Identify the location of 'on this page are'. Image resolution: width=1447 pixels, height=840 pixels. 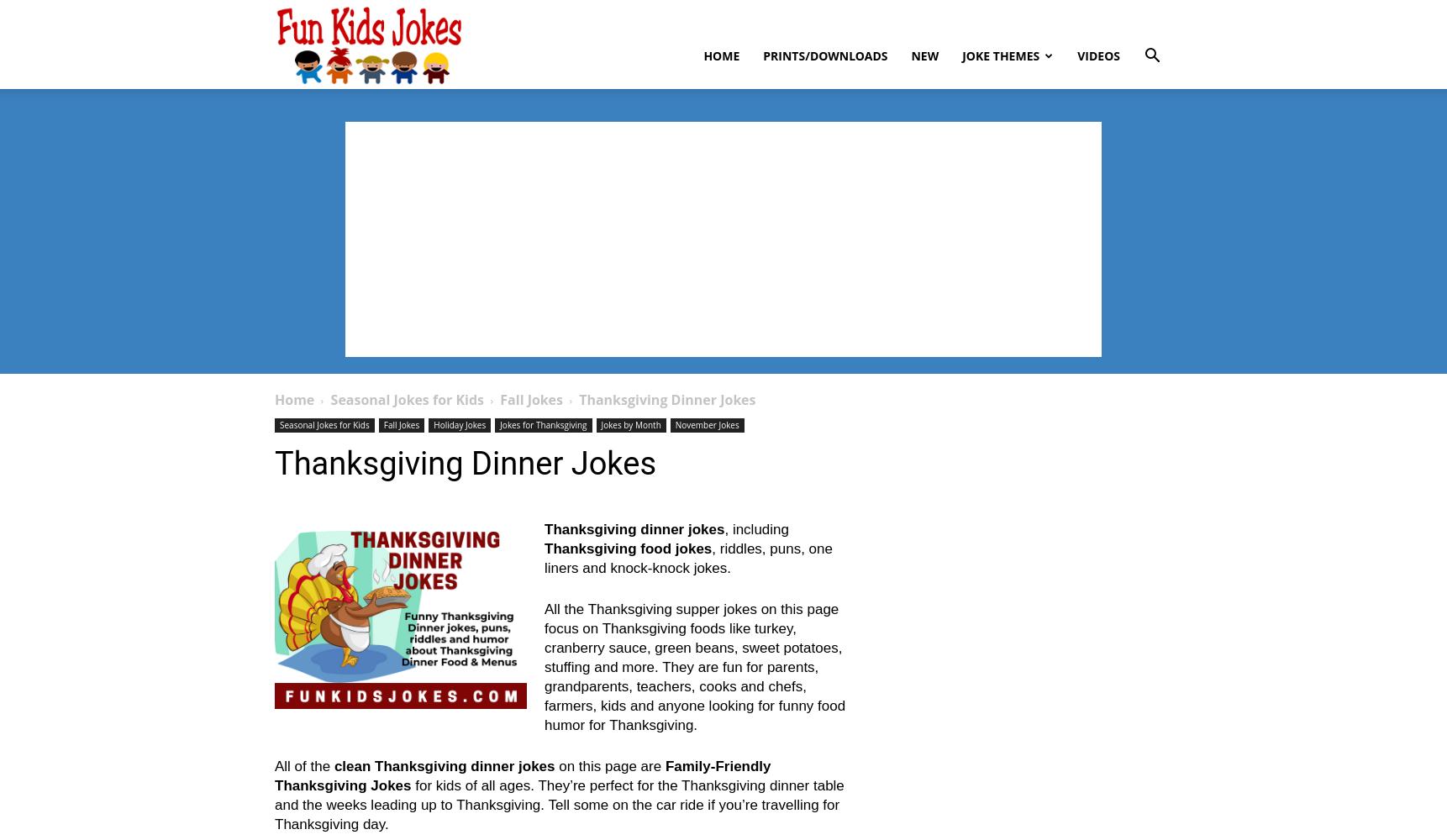
(608, 766).